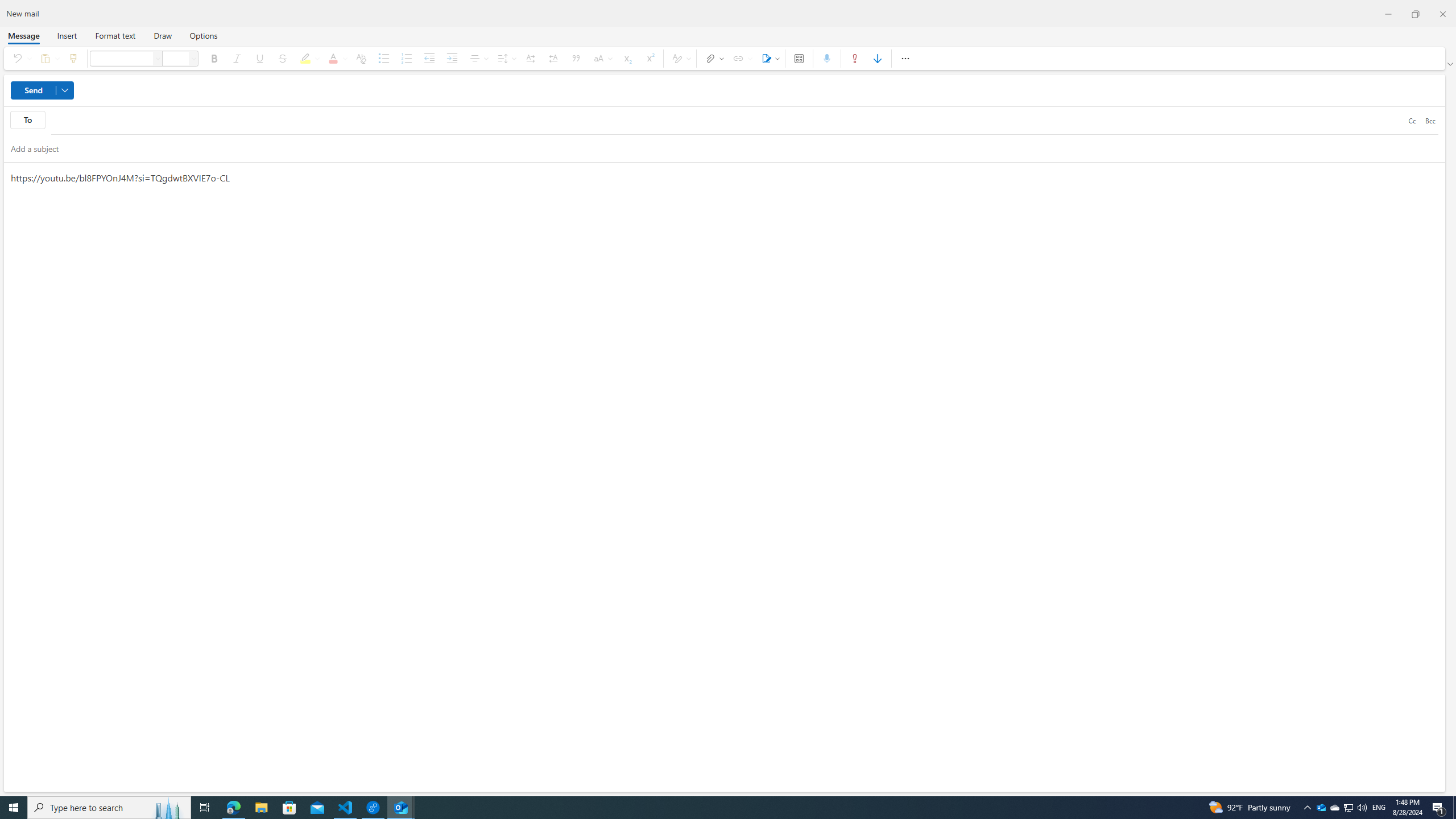  I want to click on 'Options', so click(202, 35).